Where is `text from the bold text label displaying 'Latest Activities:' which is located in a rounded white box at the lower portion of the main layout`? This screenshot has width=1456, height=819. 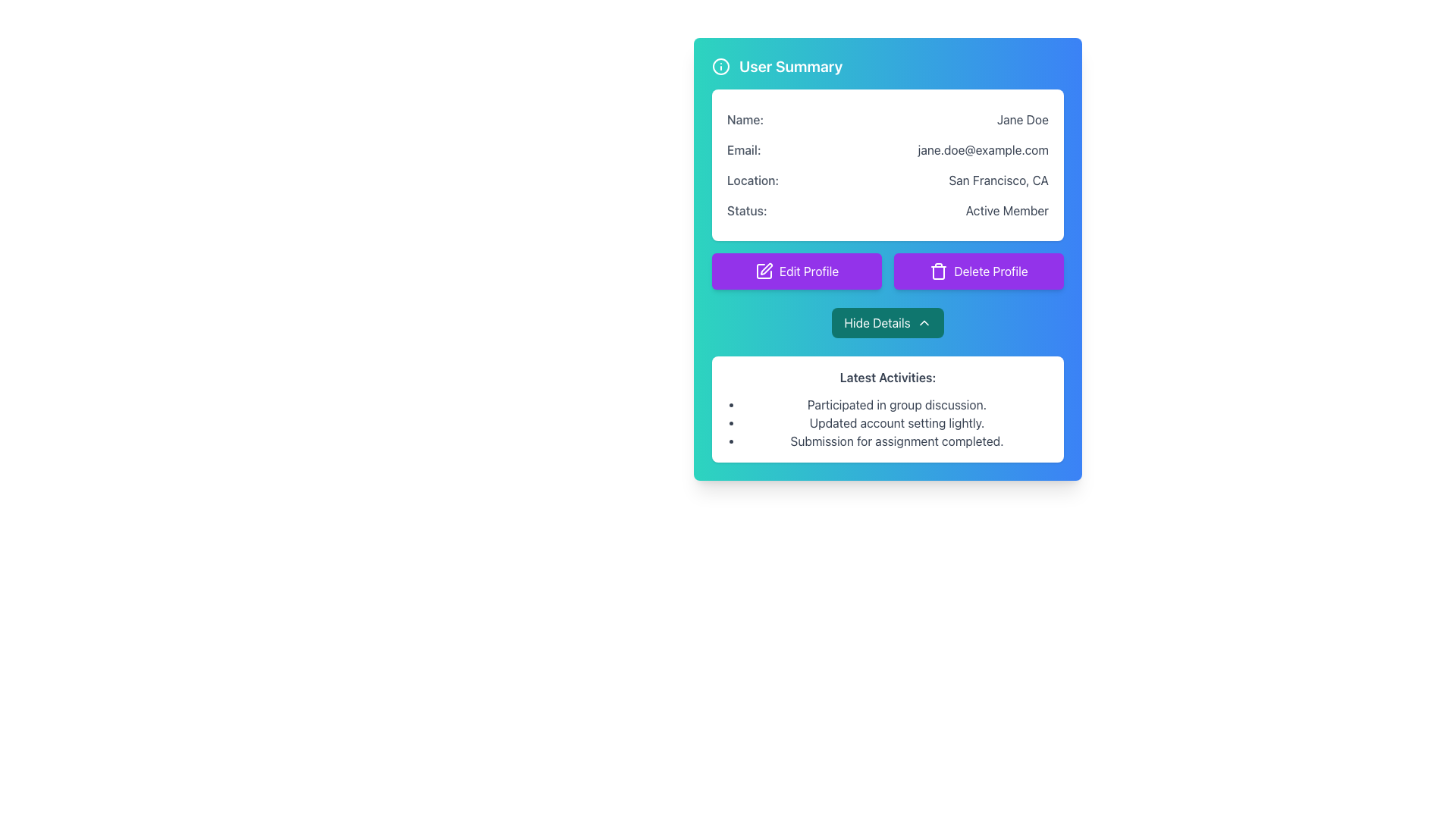 text from the bold text label displaying 'Latest Activities:' which is located in a rounded white box at the lower portion of the main layout is located at coordinates (888, 376).